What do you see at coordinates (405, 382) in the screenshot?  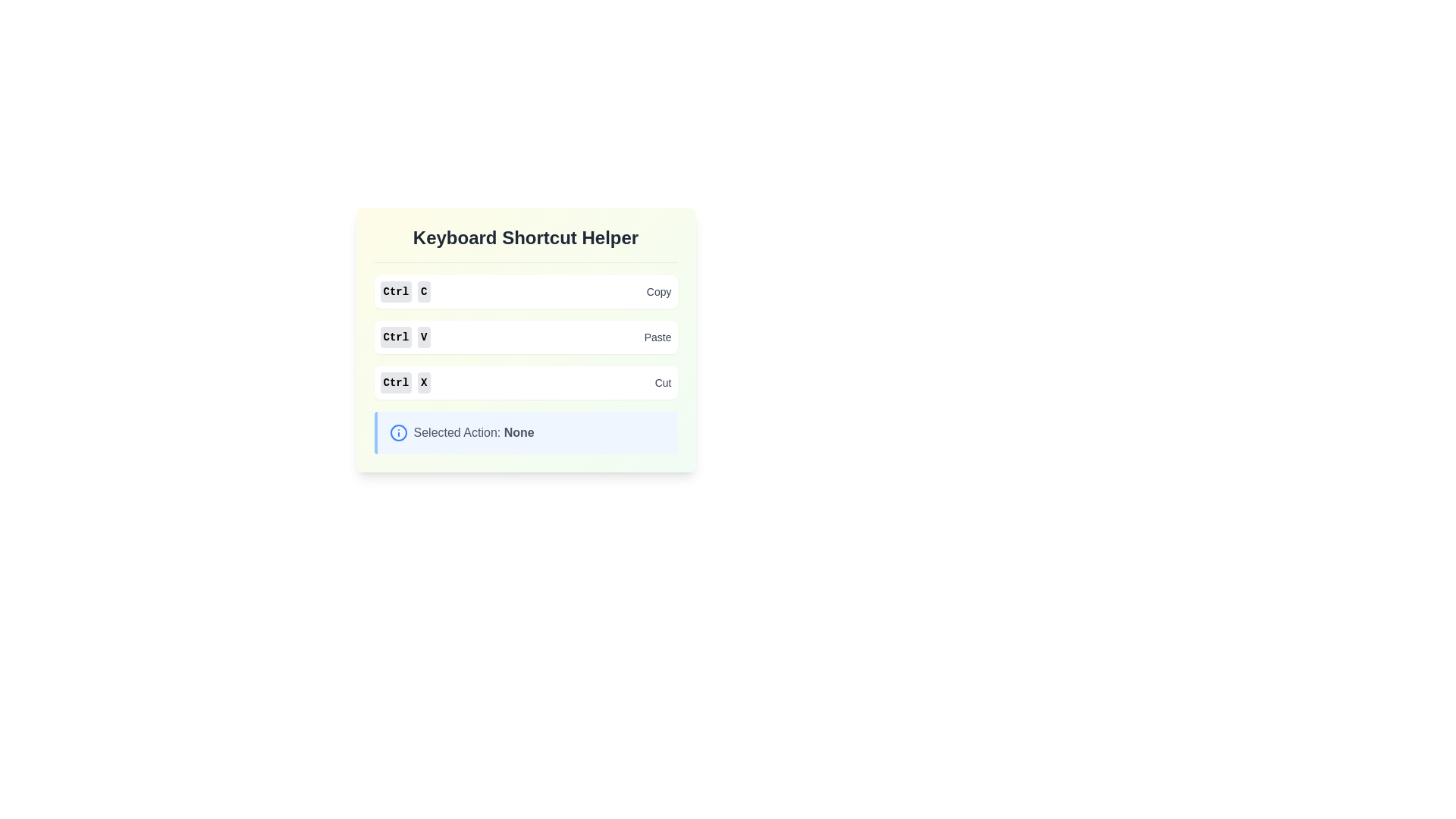 I see `text of the 'Ctrl' and 'X' command label in the 'Keyboard Shortcut Helper' interface, which is styled with a gray rounded rectangle and positioned in the third row below the 'Copy' and 'Paste' commands` at bounding box center [405, 382].